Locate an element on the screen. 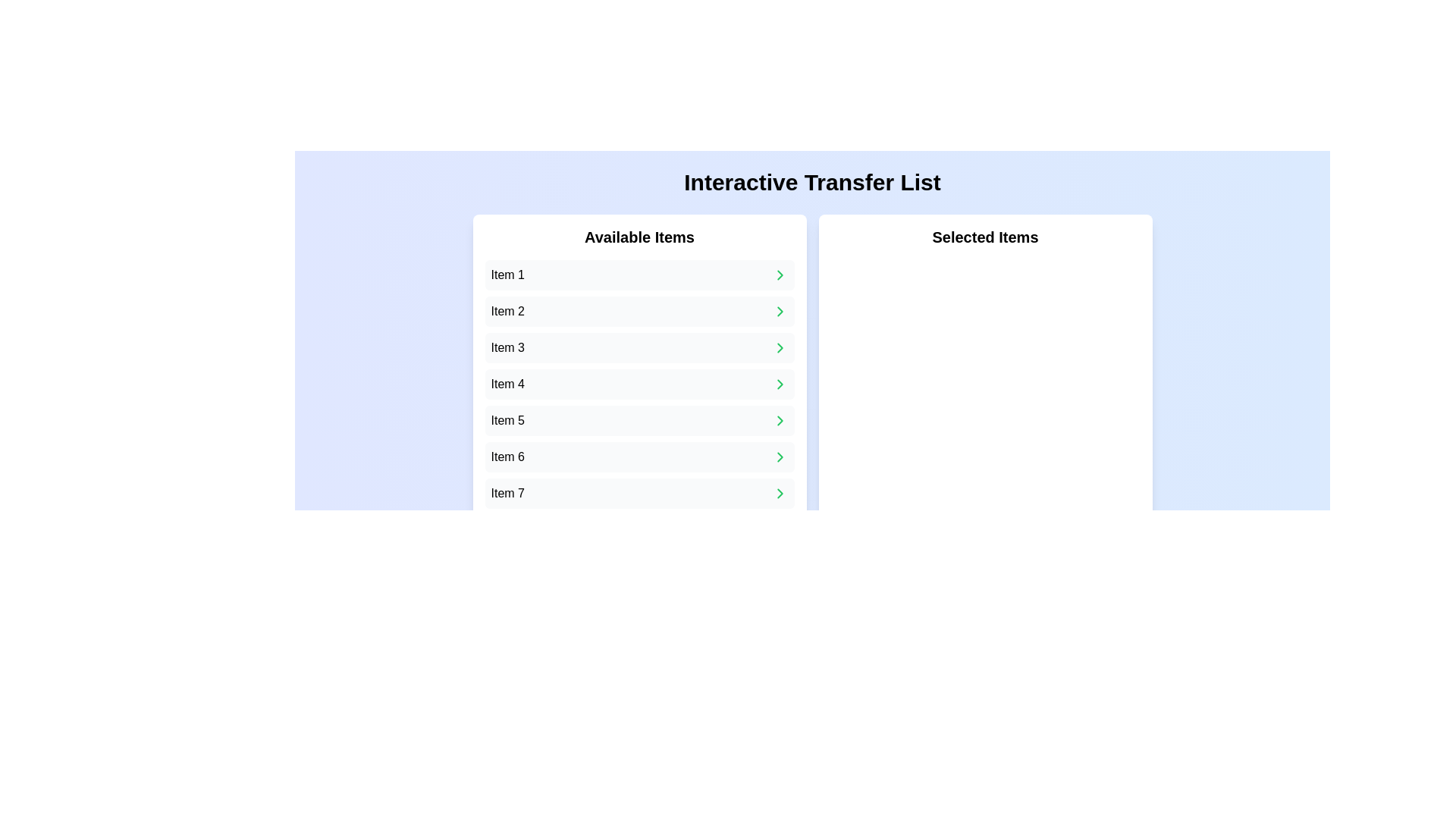  the list item labeled 'Item 6' from the 'Available Items' section is located at coordinates (639, 456).